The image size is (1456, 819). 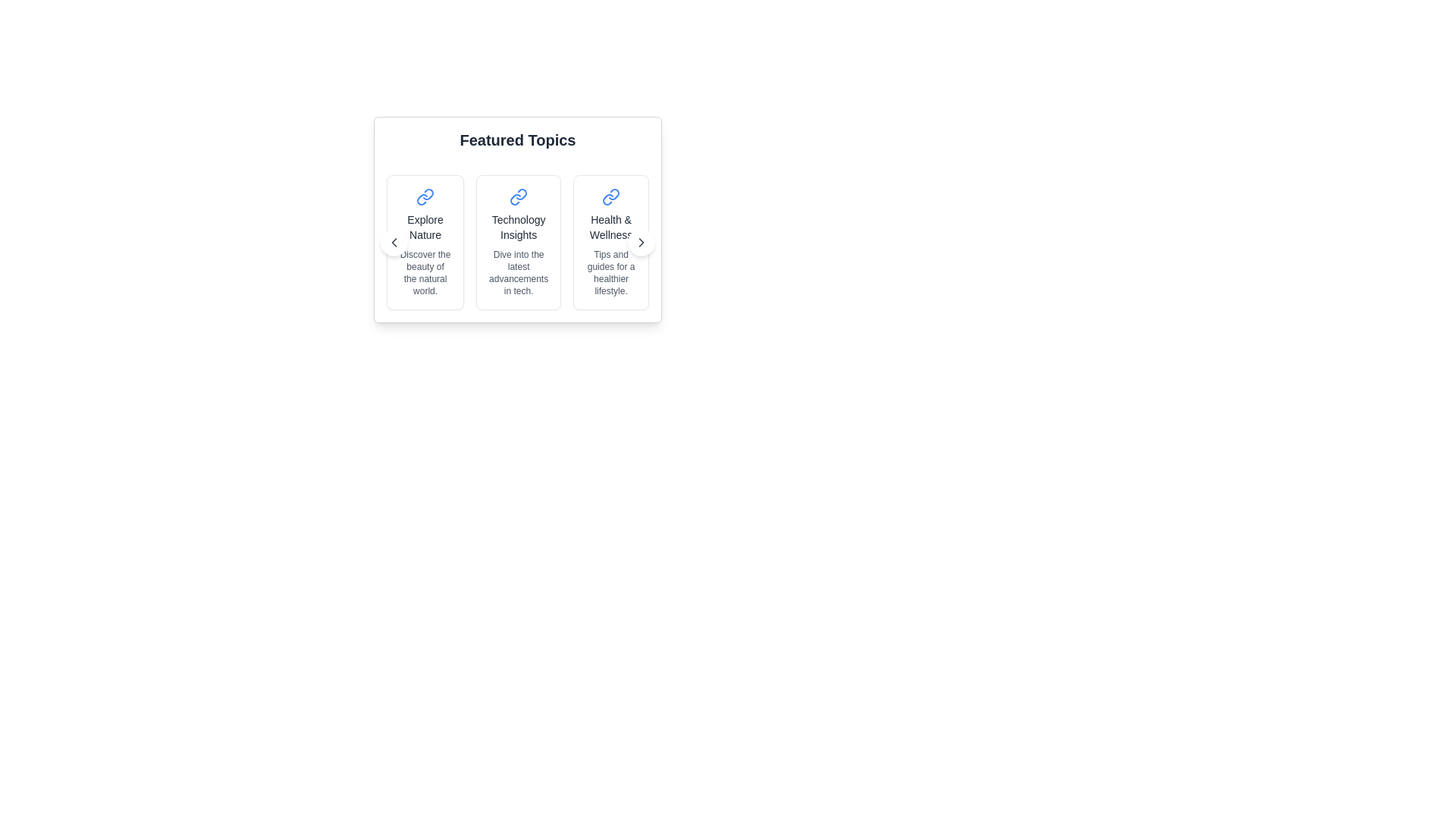 I want to click on the bottom portion of the link icon styled with a blue stroke located in the 'Health & Wellness' card, which is the third card from the left in the 'Featured Topics' section, so click(x=608, y=199).